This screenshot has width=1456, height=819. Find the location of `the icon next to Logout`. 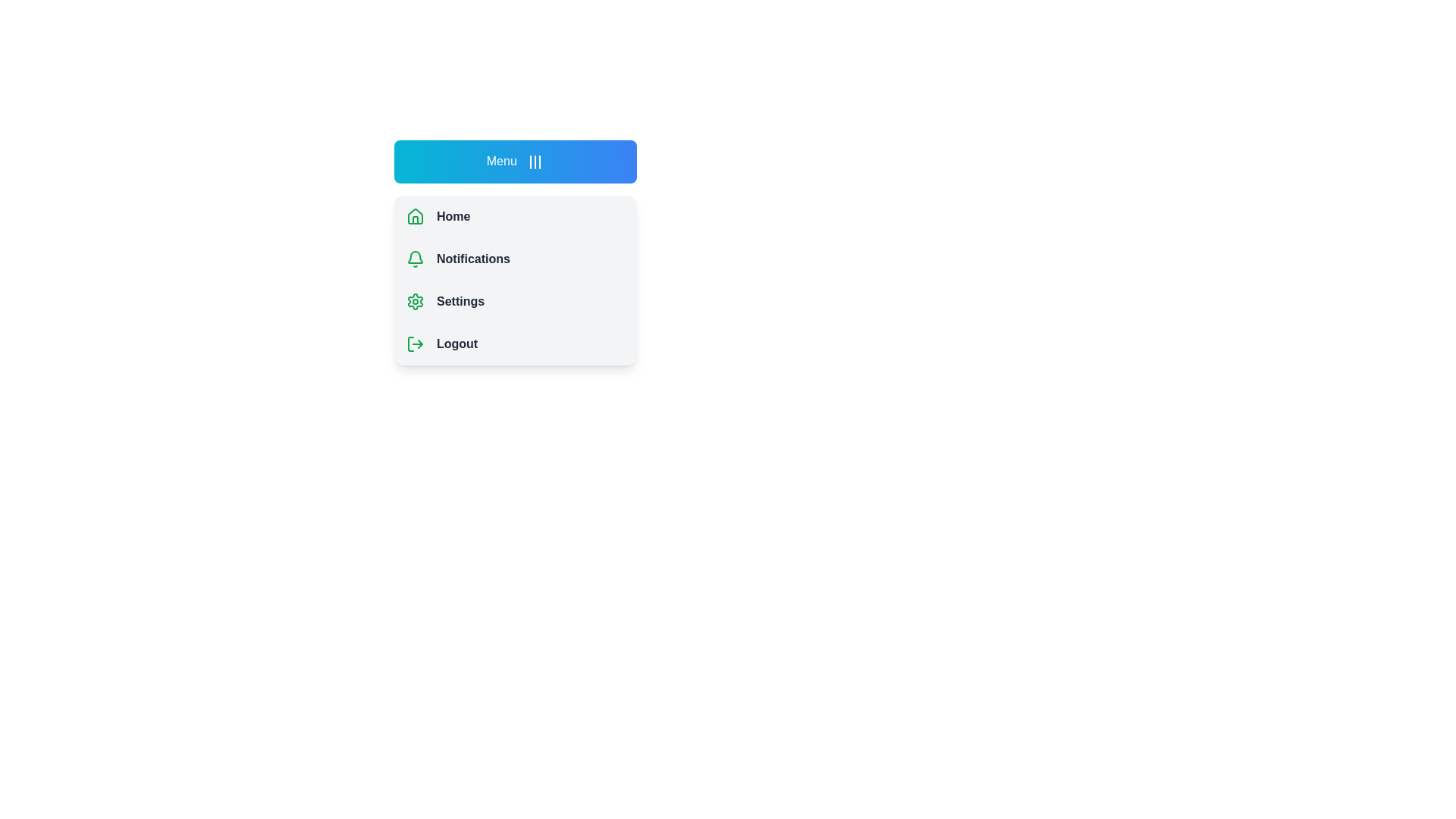

the icon next to Logout is located at coordinates (415, 344).